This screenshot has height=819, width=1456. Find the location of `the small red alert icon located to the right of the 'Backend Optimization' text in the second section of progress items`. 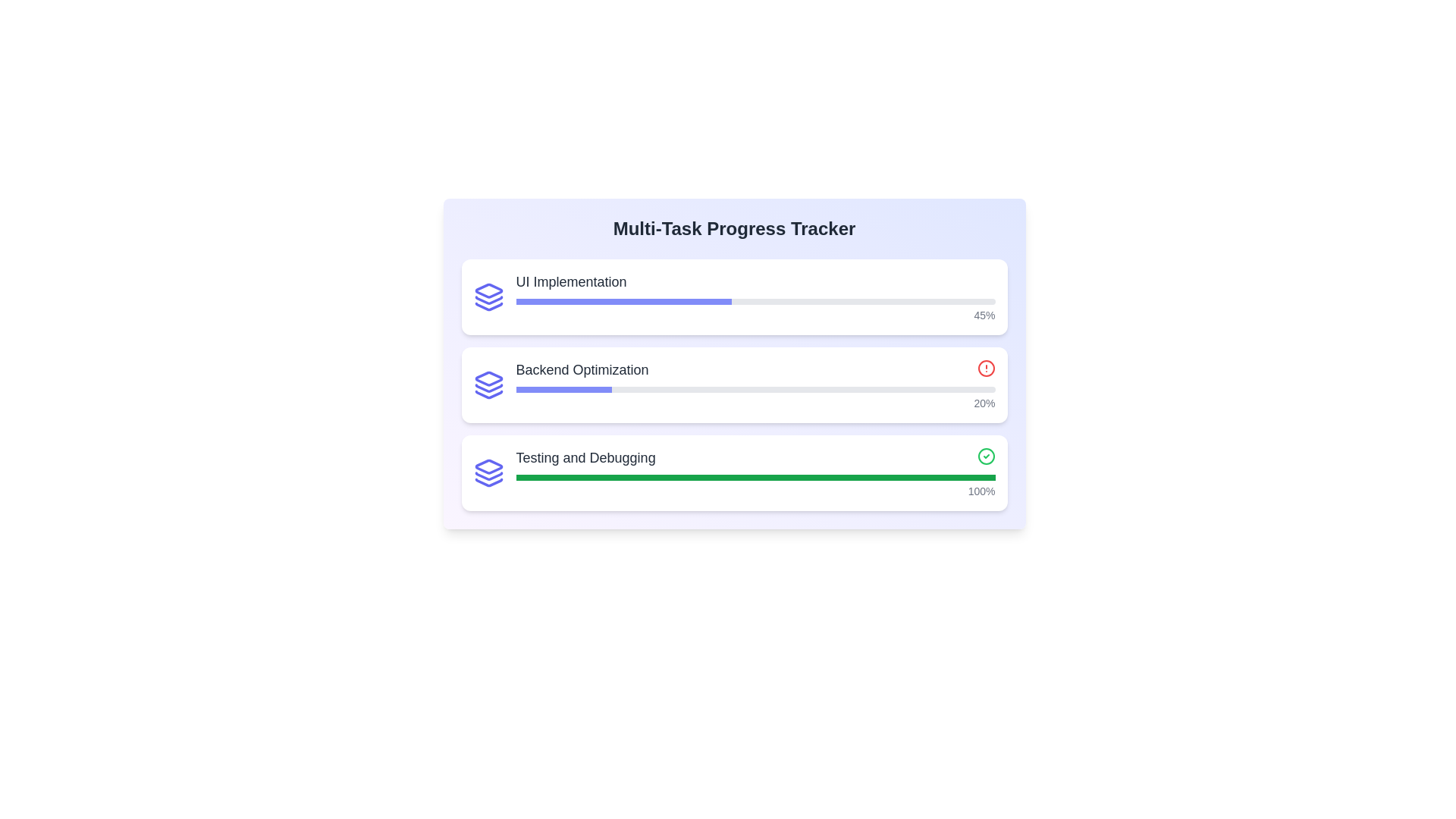

the small red alert icon located to the right of the 'Backend Optimization' text in the second section of progress items is located at coordinates (986, 370).